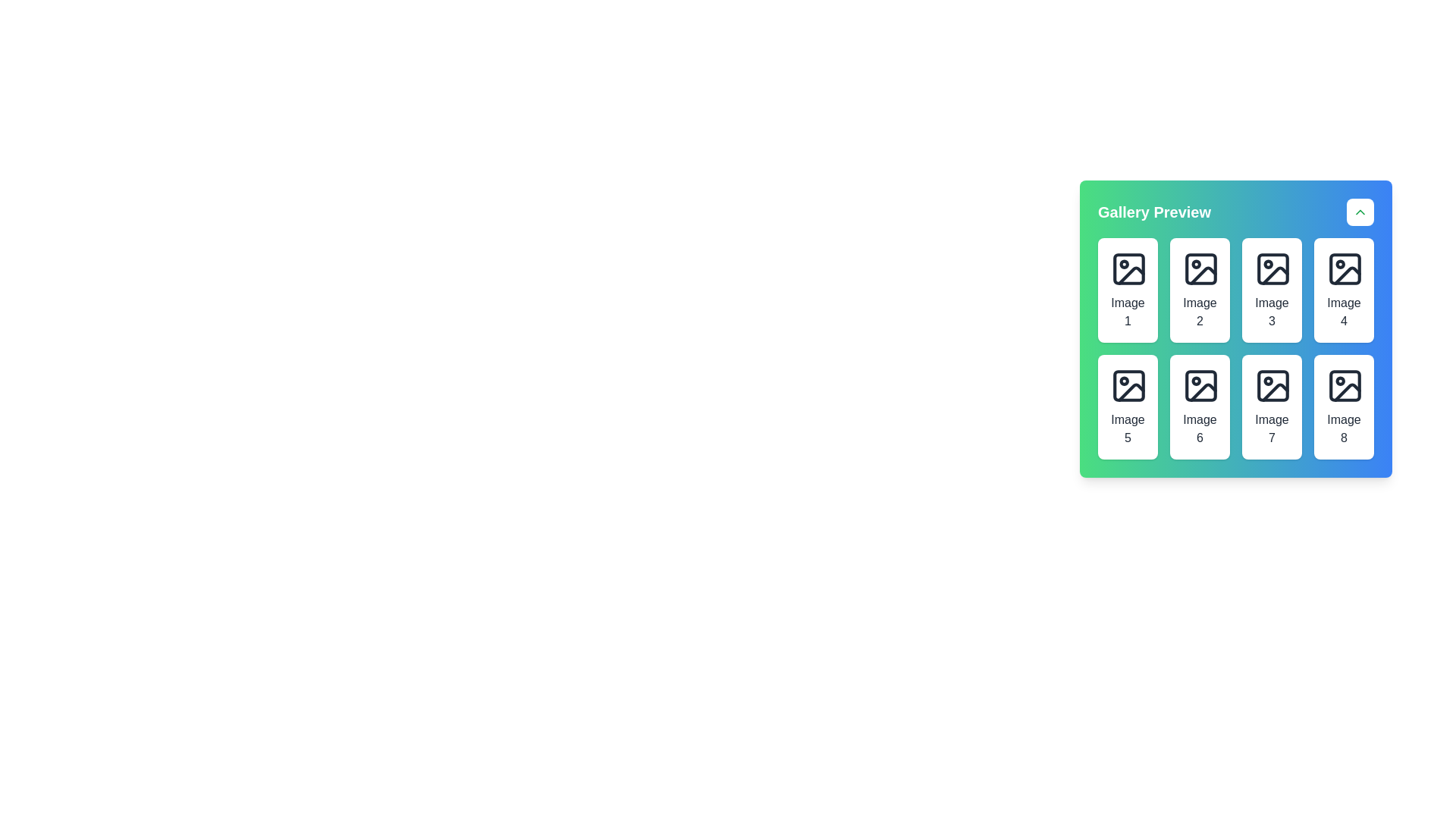 The image size is (1456, 819). I want to click on the Image card or gallery item placeholder located in the second row and first column of the grid, so click(1128, 406).